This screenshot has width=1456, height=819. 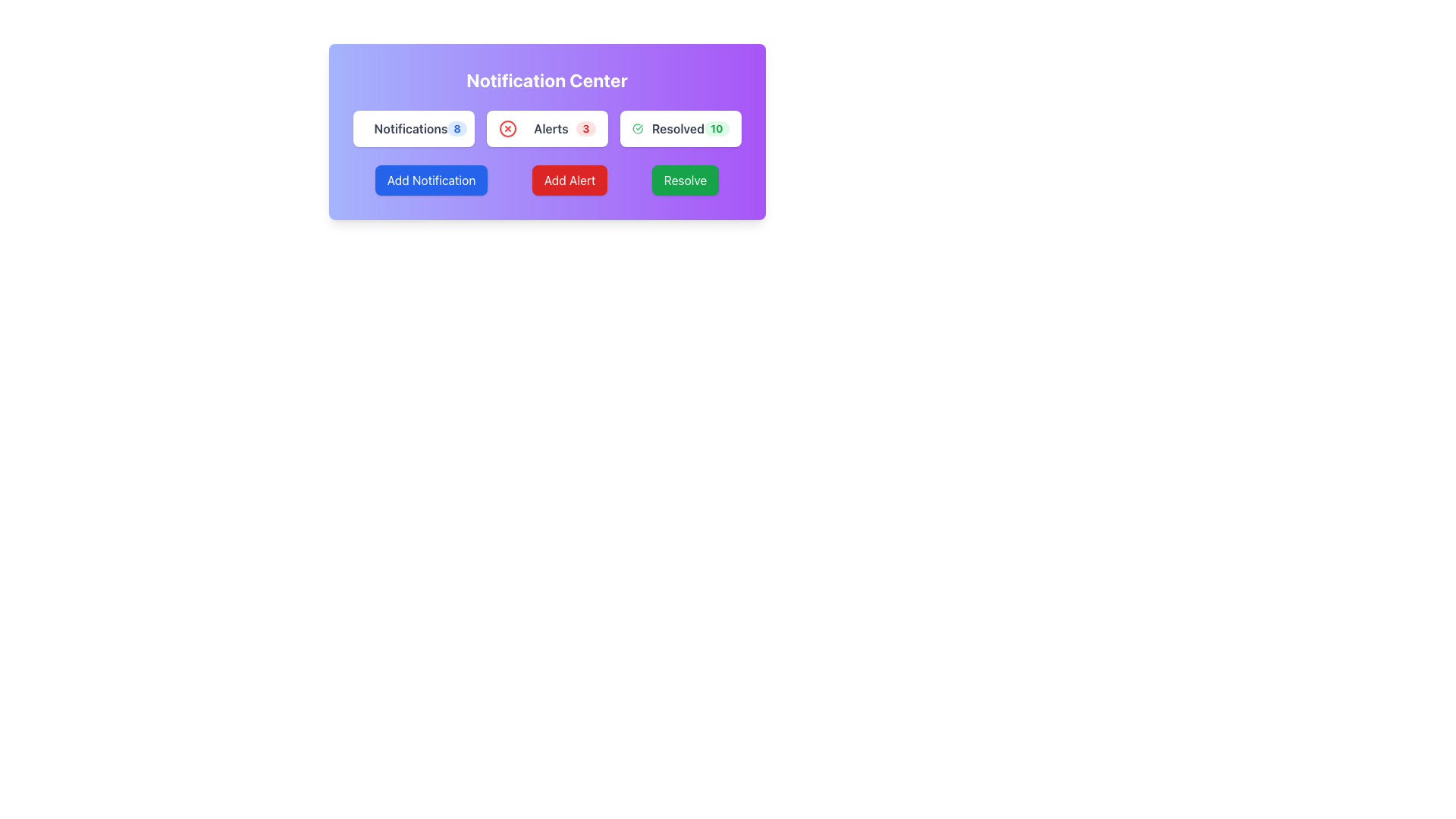 I want to click on the displayed count on the Notification Badge located in the 'Alerts' section, positioned to the right of the text 'Alerts', so click(x=585, y=127).